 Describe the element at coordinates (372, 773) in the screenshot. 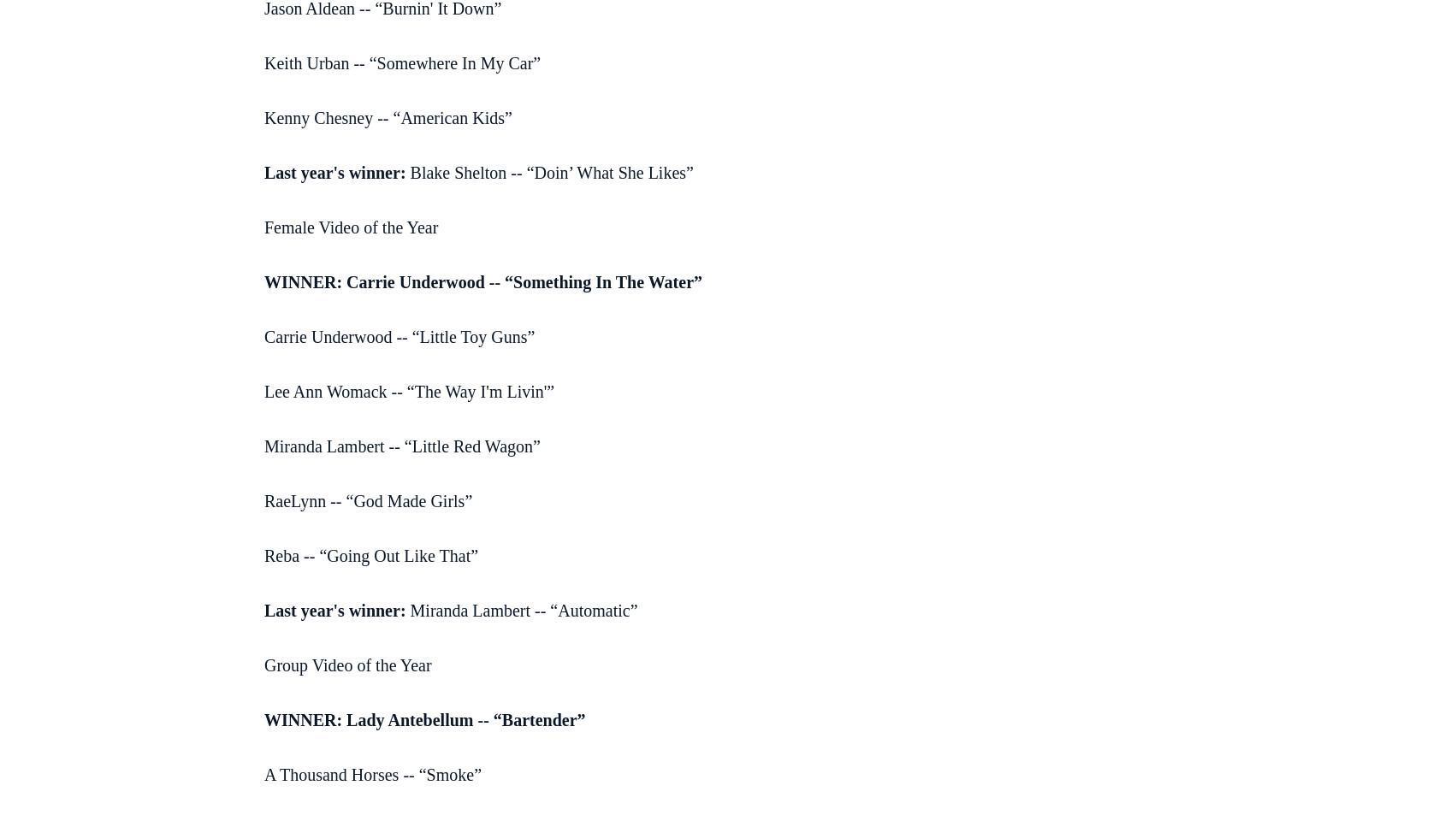

I see `'A Thousand Horses -- “Smoke”'` at that location.